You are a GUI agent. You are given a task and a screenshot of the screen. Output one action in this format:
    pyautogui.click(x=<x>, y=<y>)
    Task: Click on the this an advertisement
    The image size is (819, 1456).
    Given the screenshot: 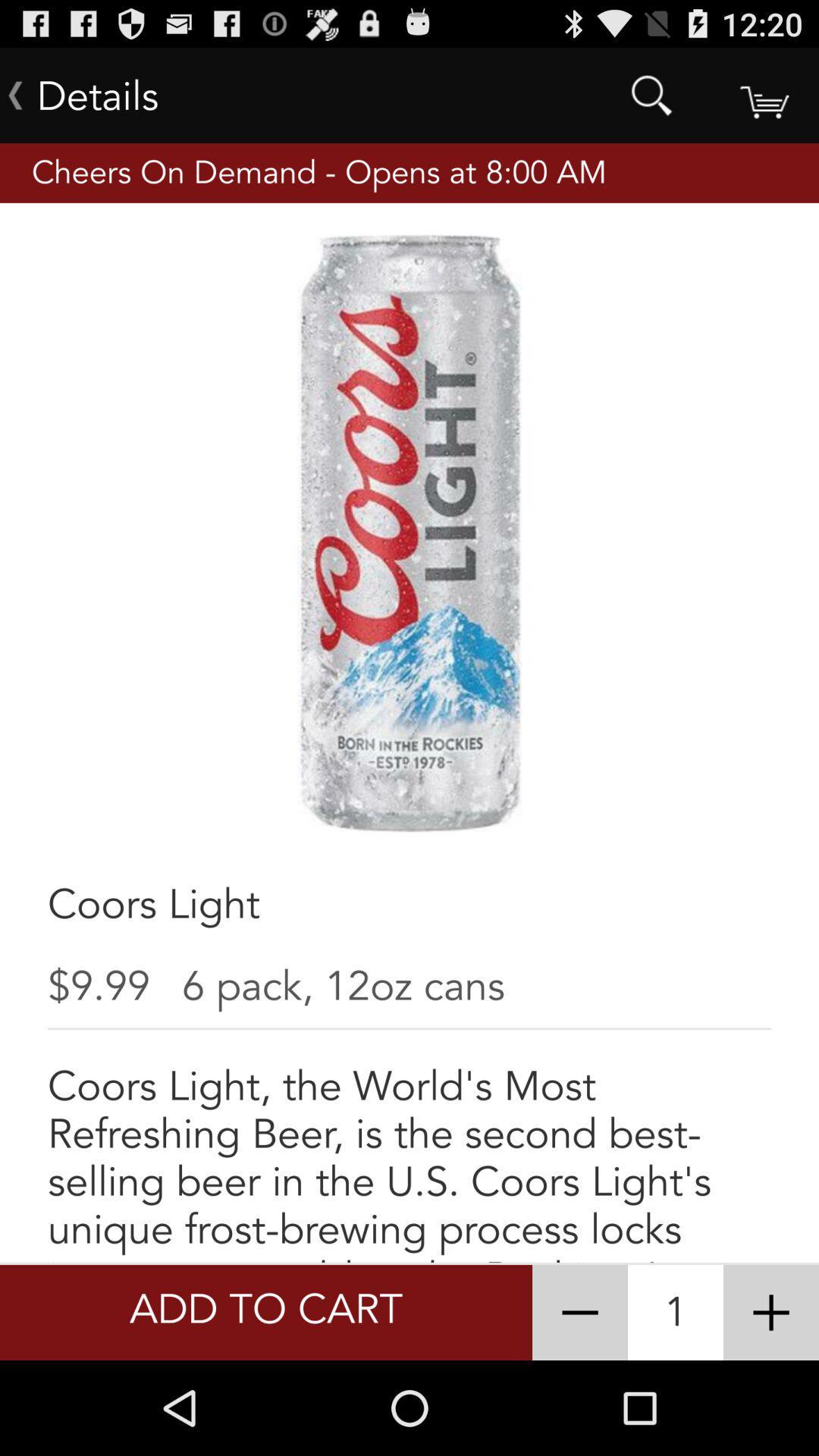 What is the action you would take?
    pyautogui.click(x=771, y=1312)
    